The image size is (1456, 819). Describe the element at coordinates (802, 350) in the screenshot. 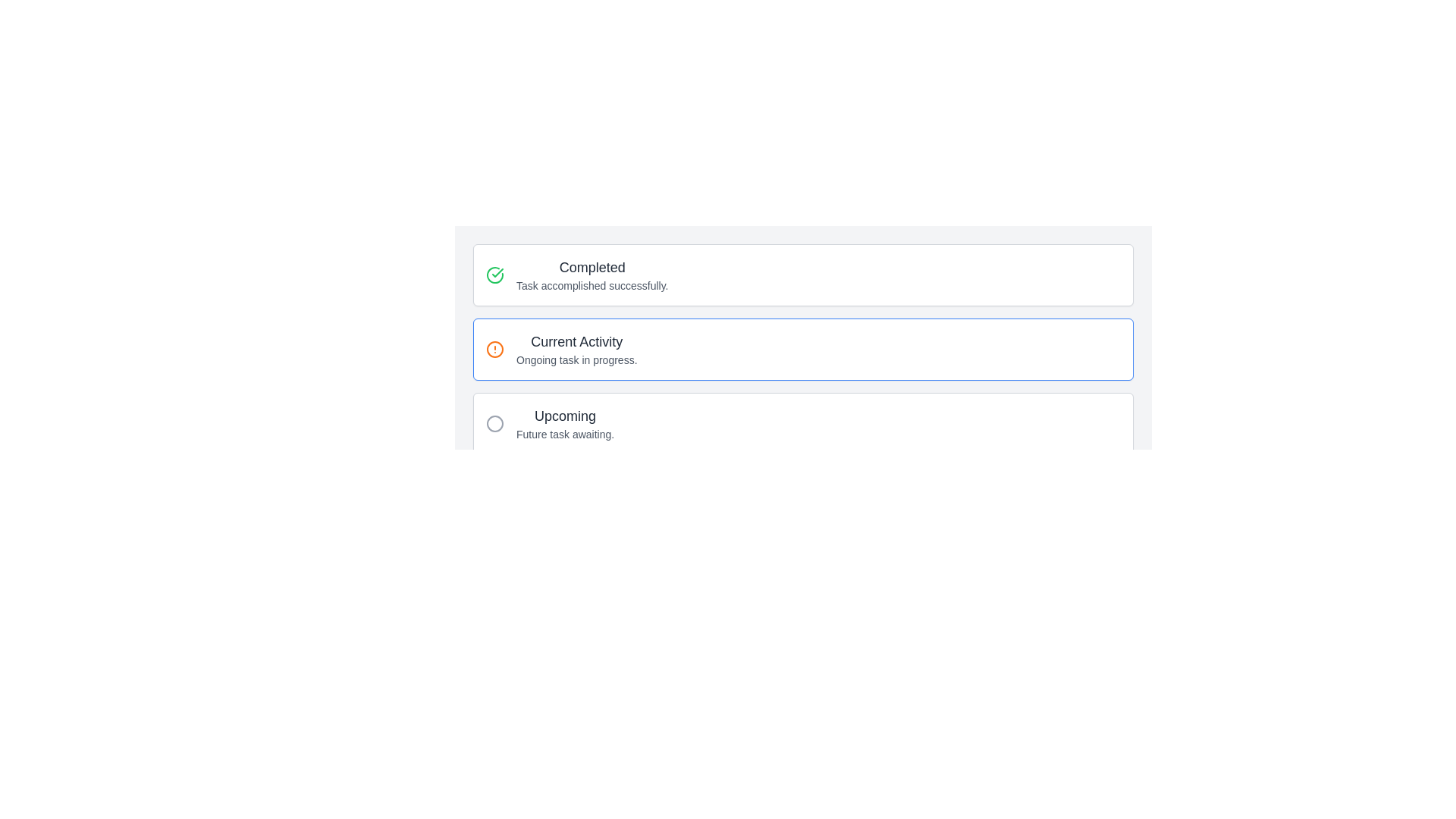

I see `information displayed in the 'Current Activity' informational card, which contains the title 'Current Activity' and the description 'Ongoing task in progress.'` at that location.